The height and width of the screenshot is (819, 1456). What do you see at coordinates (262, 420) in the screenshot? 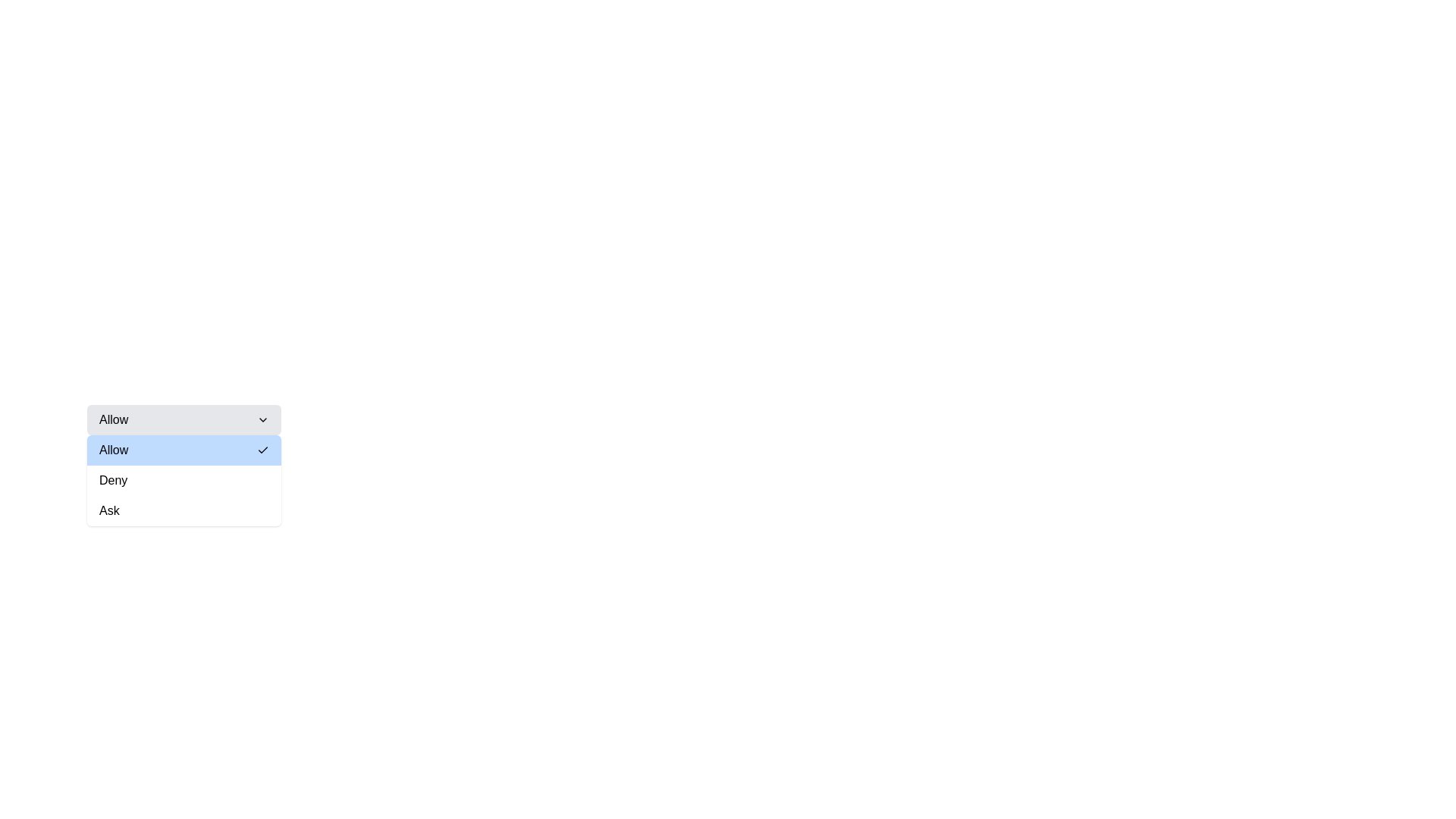
I see `the Chevron Down icon located at the far right inside the 'Allow' dropdown button` at bounding box center [262, 420].